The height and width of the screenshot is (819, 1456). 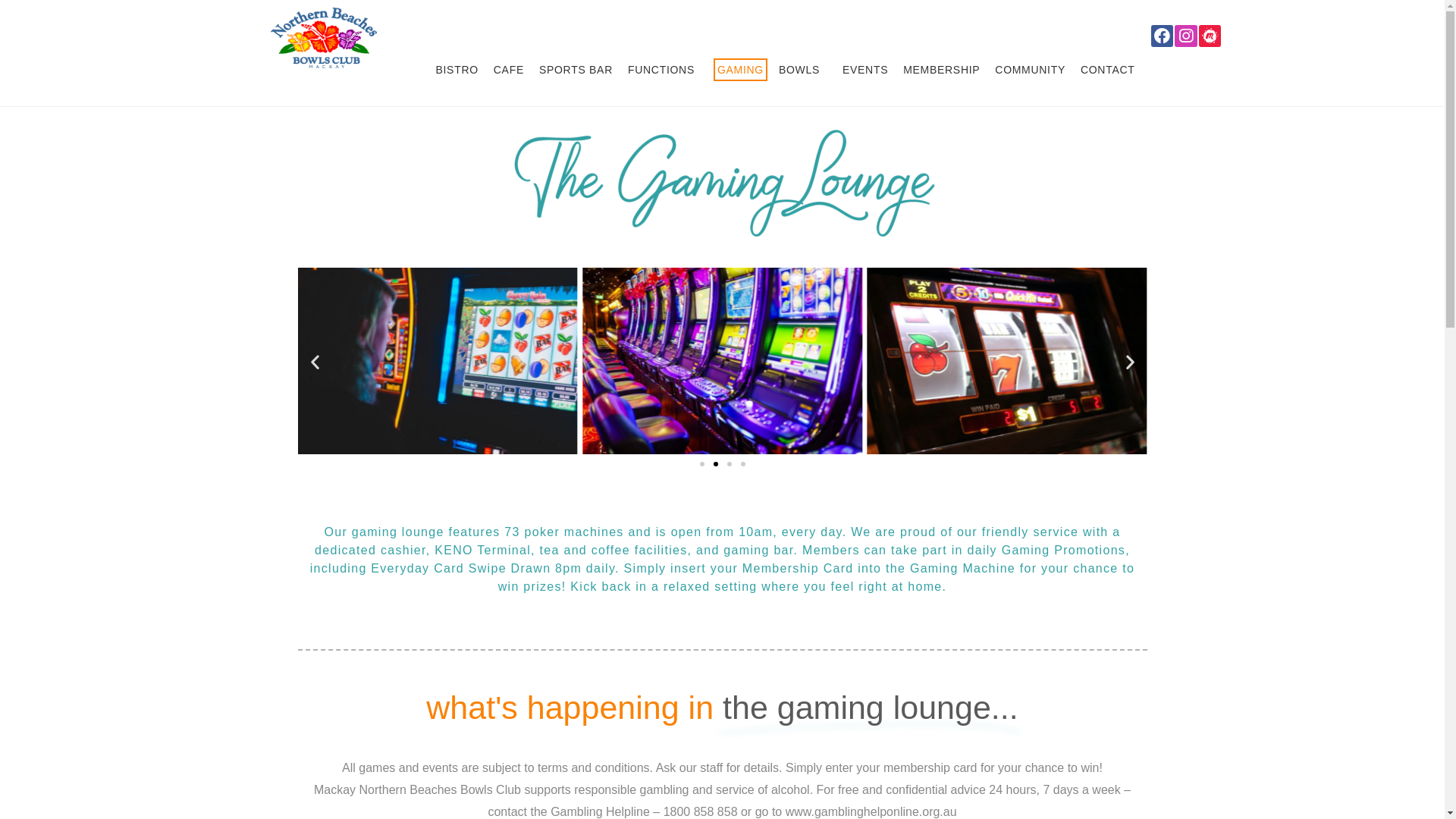 What do you see at coordinates (1076, 70) in the screenshot?
I see `'CONTACT'` at bounding box center [1076, 70].